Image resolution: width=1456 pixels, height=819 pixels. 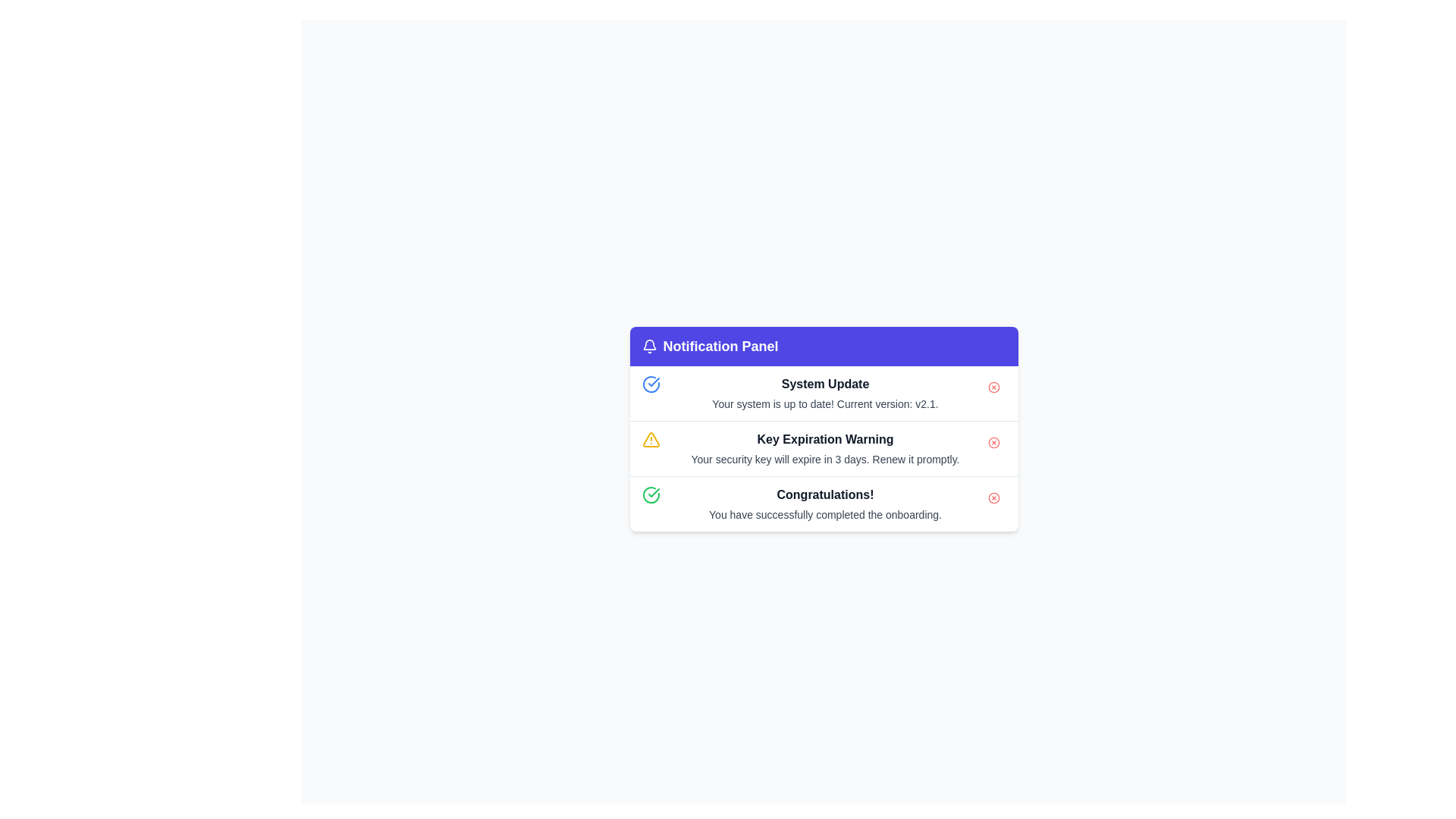 I want to click on text in the notification item alerting the user about the impending expiration of their security key, located in the second row of the Notification Panel, so click(x=823, y=447).